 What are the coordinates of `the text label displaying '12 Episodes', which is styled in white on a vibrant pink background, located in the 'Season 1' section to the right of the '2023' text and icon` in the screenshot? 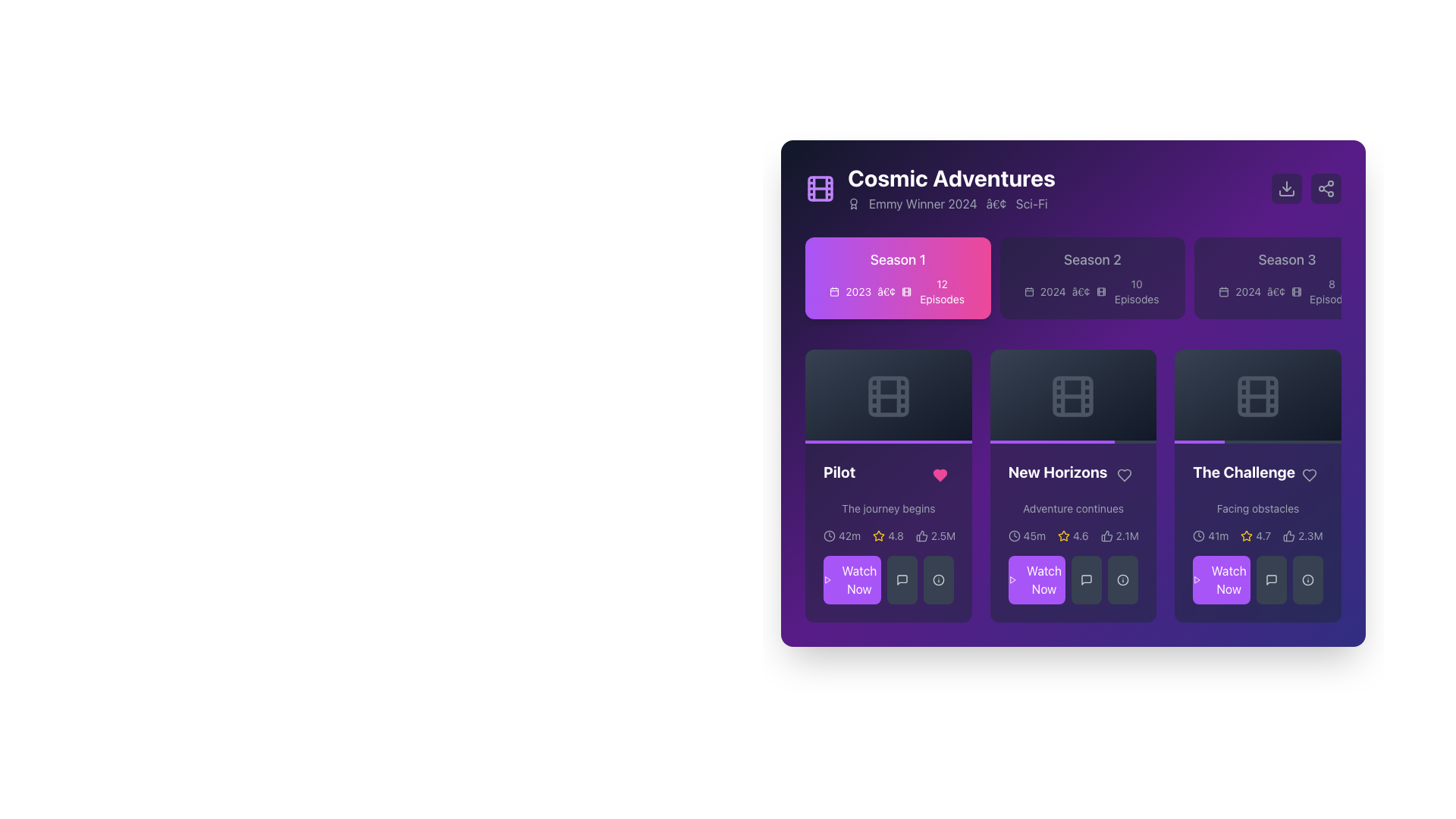 It's located at (941, 292).